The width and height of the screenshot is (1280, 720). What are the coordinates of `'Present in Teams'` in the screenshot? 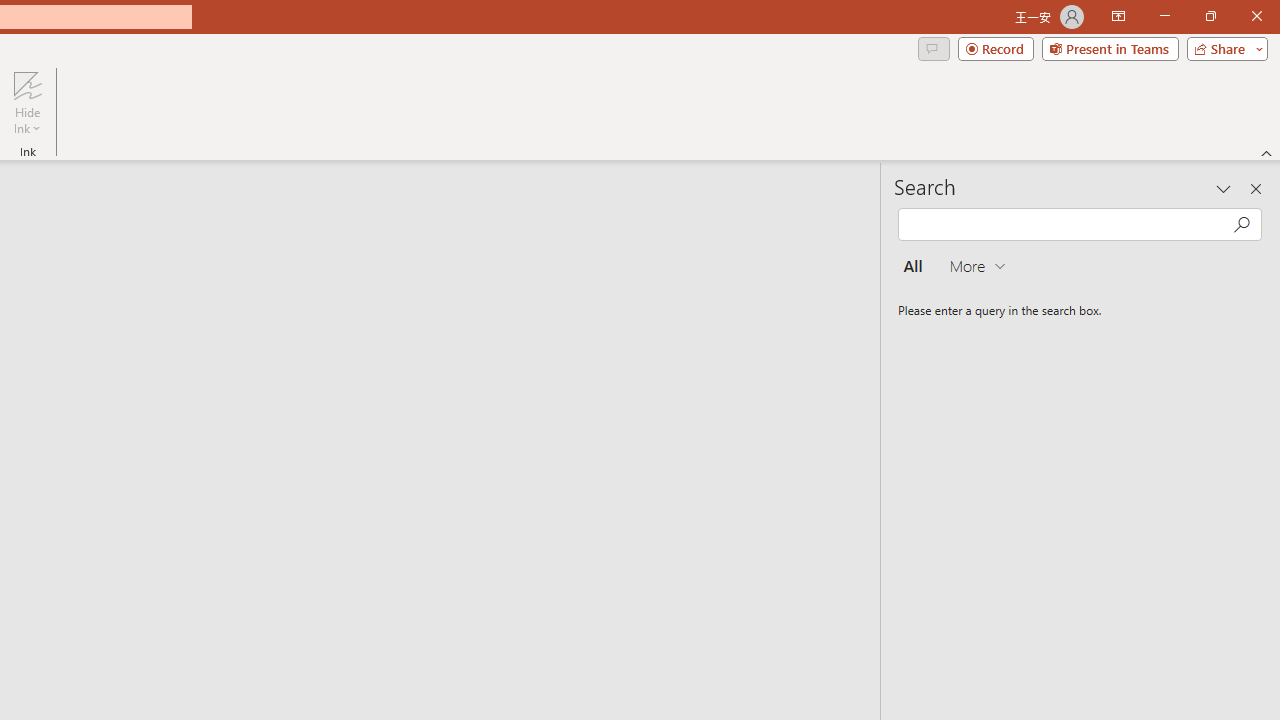 It's located at (1109, 47).